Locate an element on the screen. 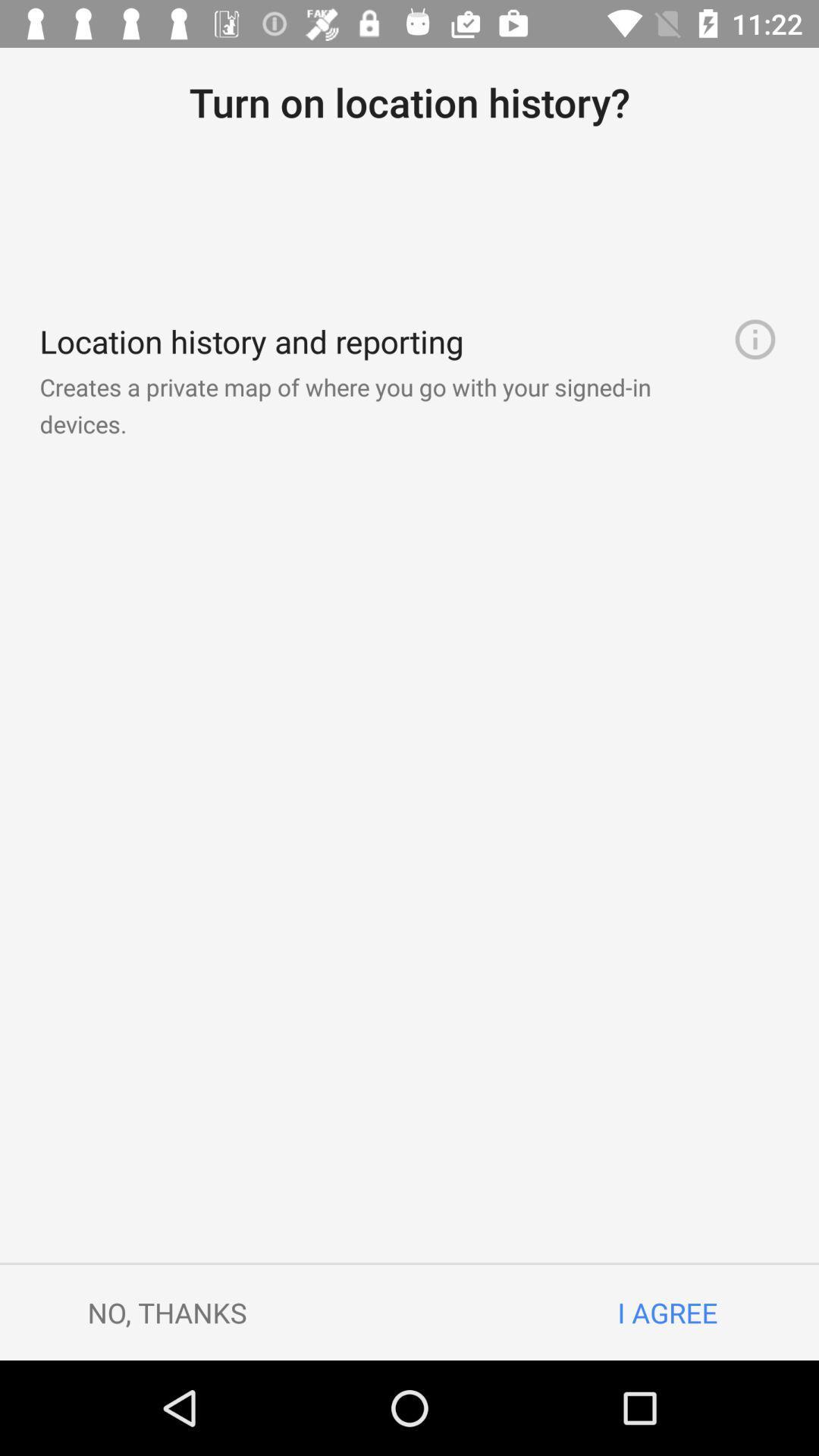  icon at the top right corner is located at coordinates (755, 338).